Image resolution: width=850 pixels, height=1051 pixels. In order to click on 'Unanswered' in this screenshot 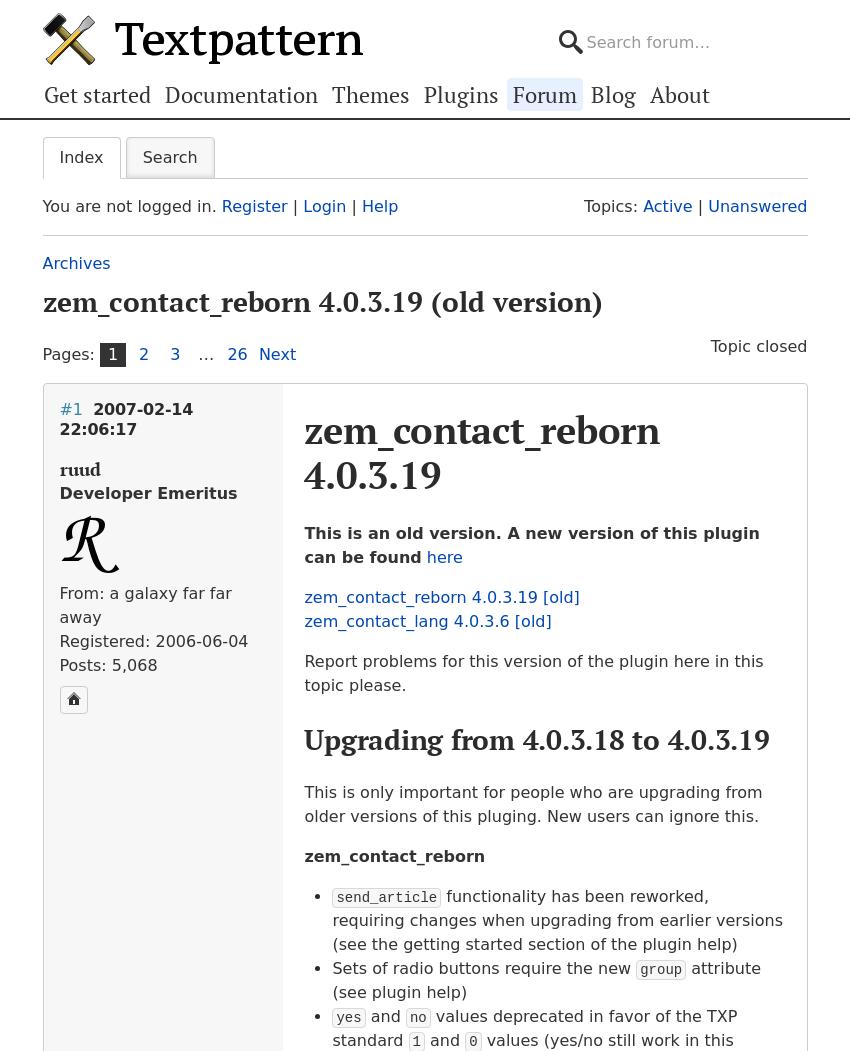, I will do `click(757, 205)`.